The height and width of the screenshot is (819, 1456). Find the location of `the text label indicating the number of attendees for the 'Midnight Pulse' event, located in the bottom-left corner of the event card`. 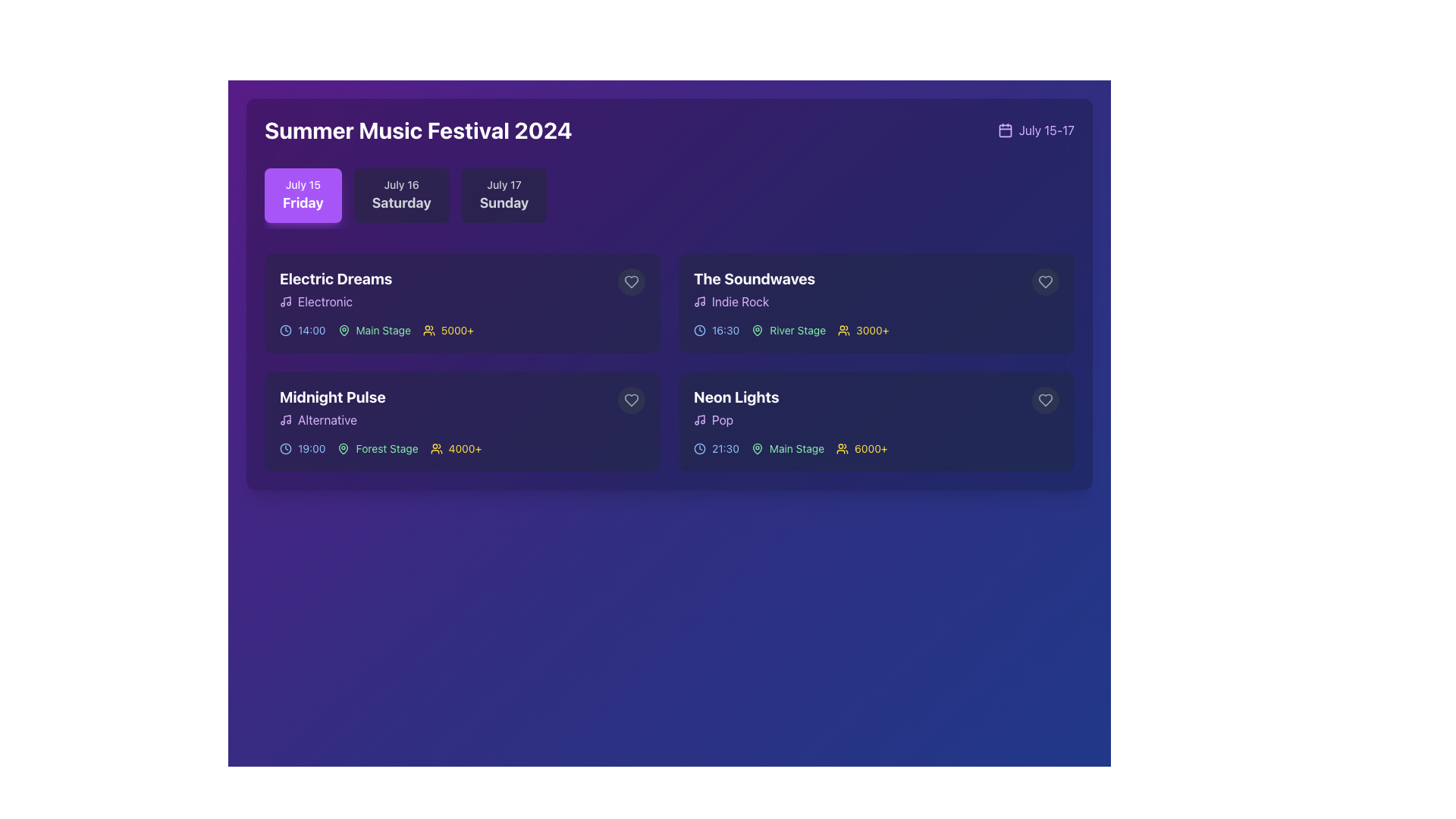

the text label indicating the number of attendees for the 'Midnight Pulse' event, located in the bottom-left corner of the event card is located at coordinates (464, 447).